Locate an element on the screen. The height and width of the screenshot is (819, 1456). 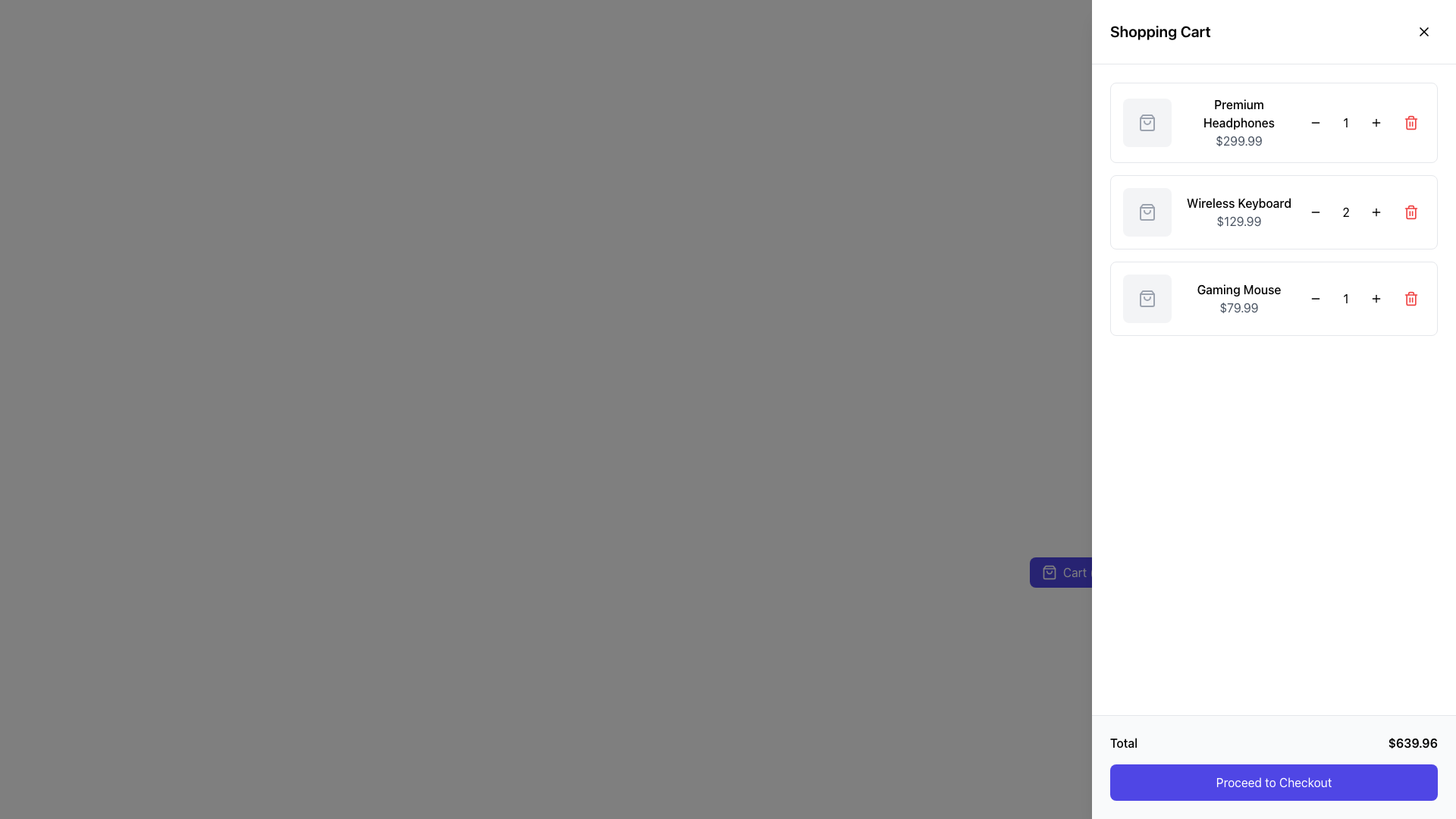
the delete icon button for the 'Wireless Keyboard' in the shopping cart is located at coordinates (1410, 212).